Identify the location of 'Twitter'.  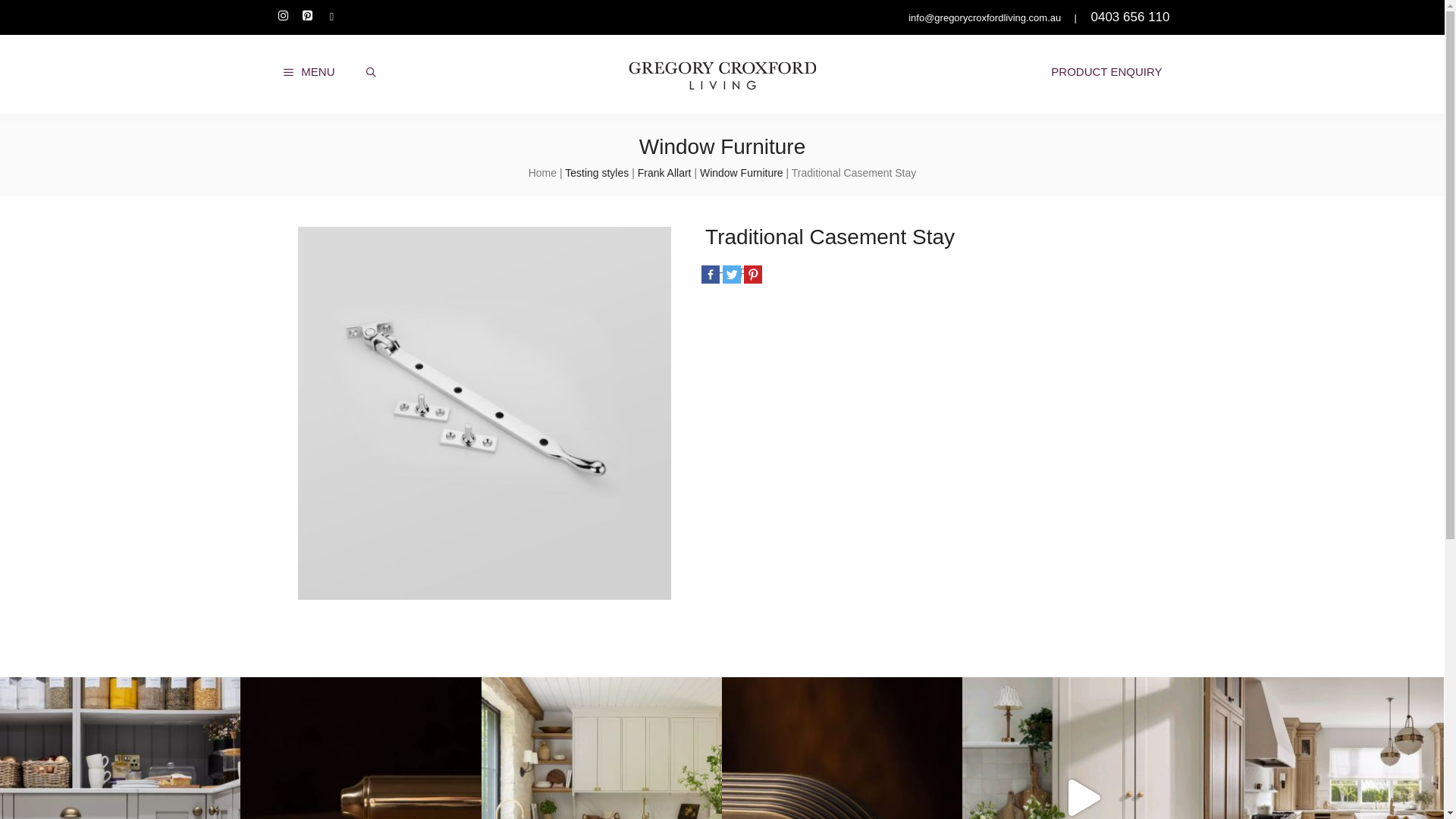
(731, 275).